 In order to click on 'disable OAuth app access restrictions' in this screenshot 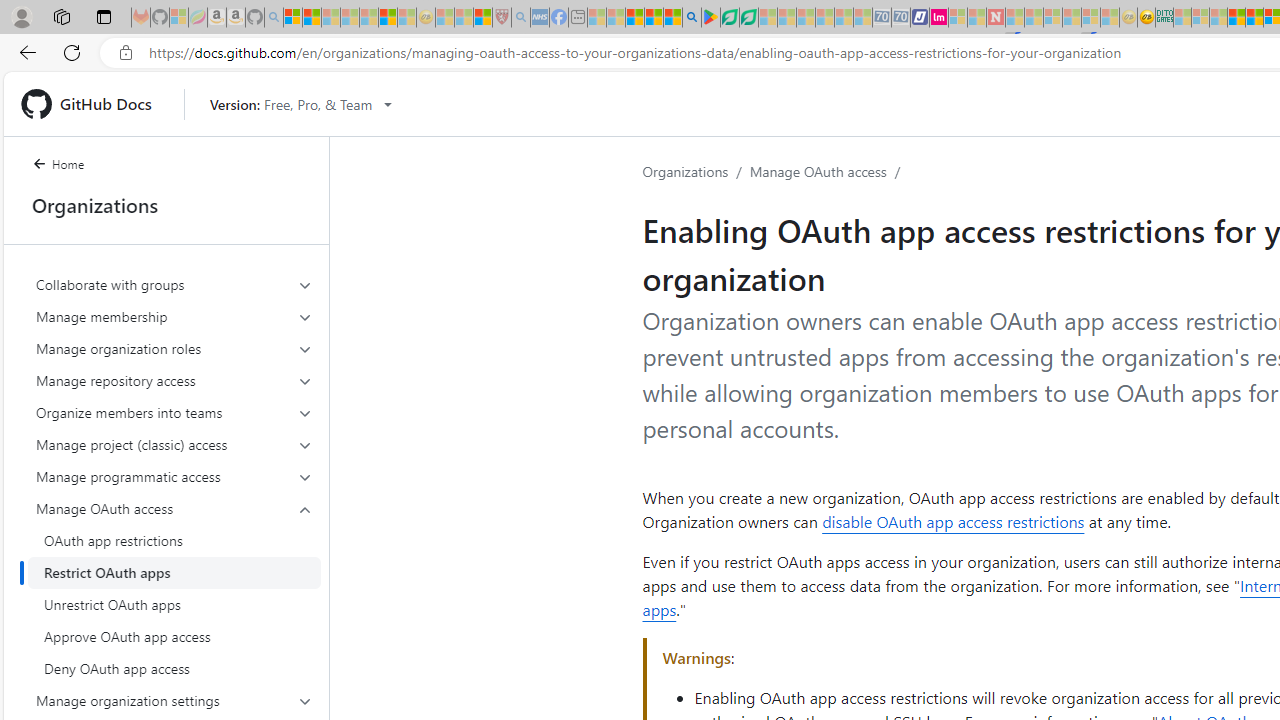, I will do `click(952, 520)`.